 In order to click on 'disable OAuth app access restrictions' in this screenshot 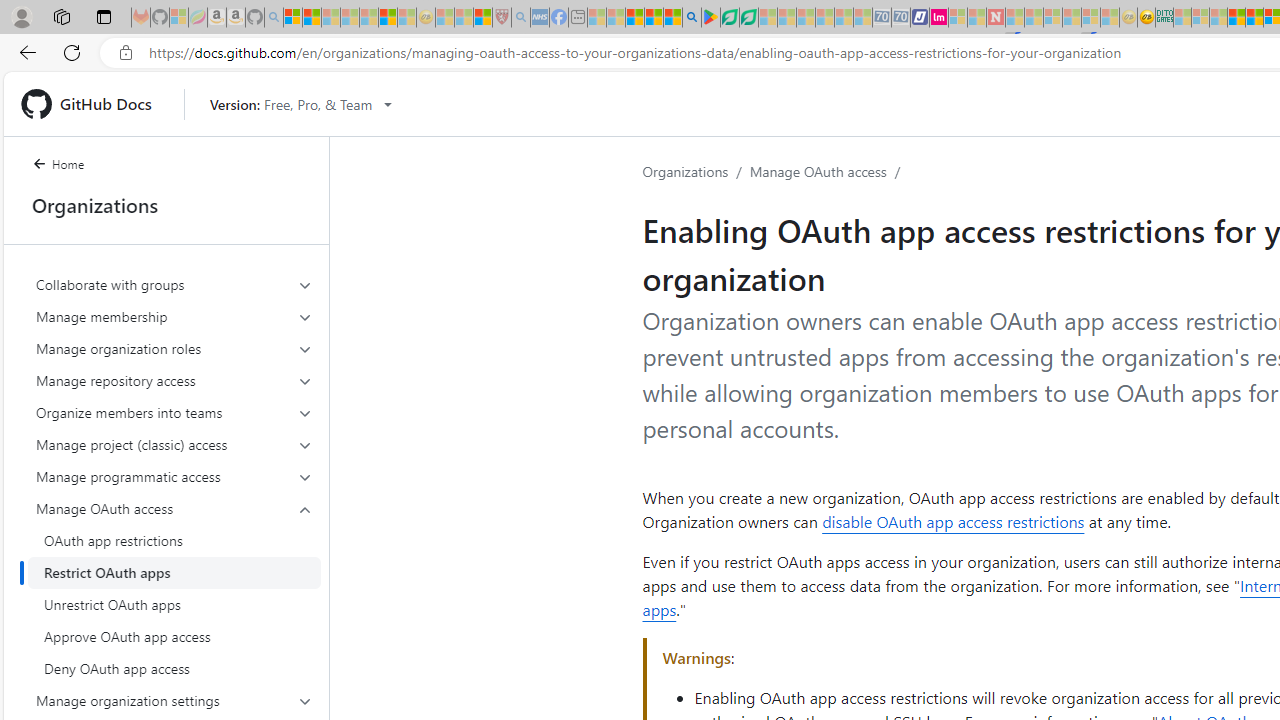, I will do `click(952, 520)`.